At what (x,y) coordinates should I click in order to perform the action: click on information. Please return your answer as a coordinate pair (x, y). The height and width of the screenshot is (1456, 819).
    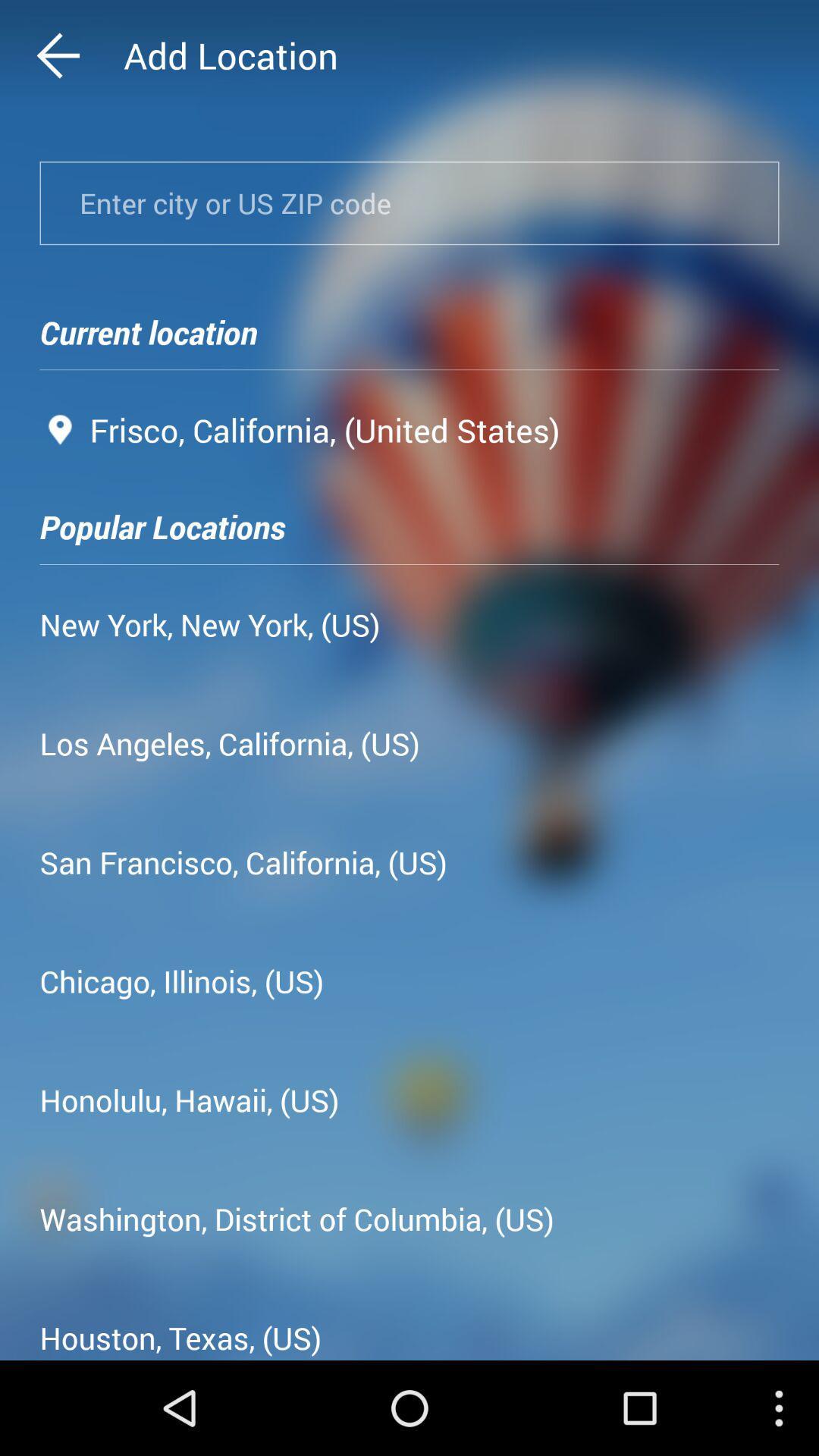
    Looking at the image, I should click on (409, 202).